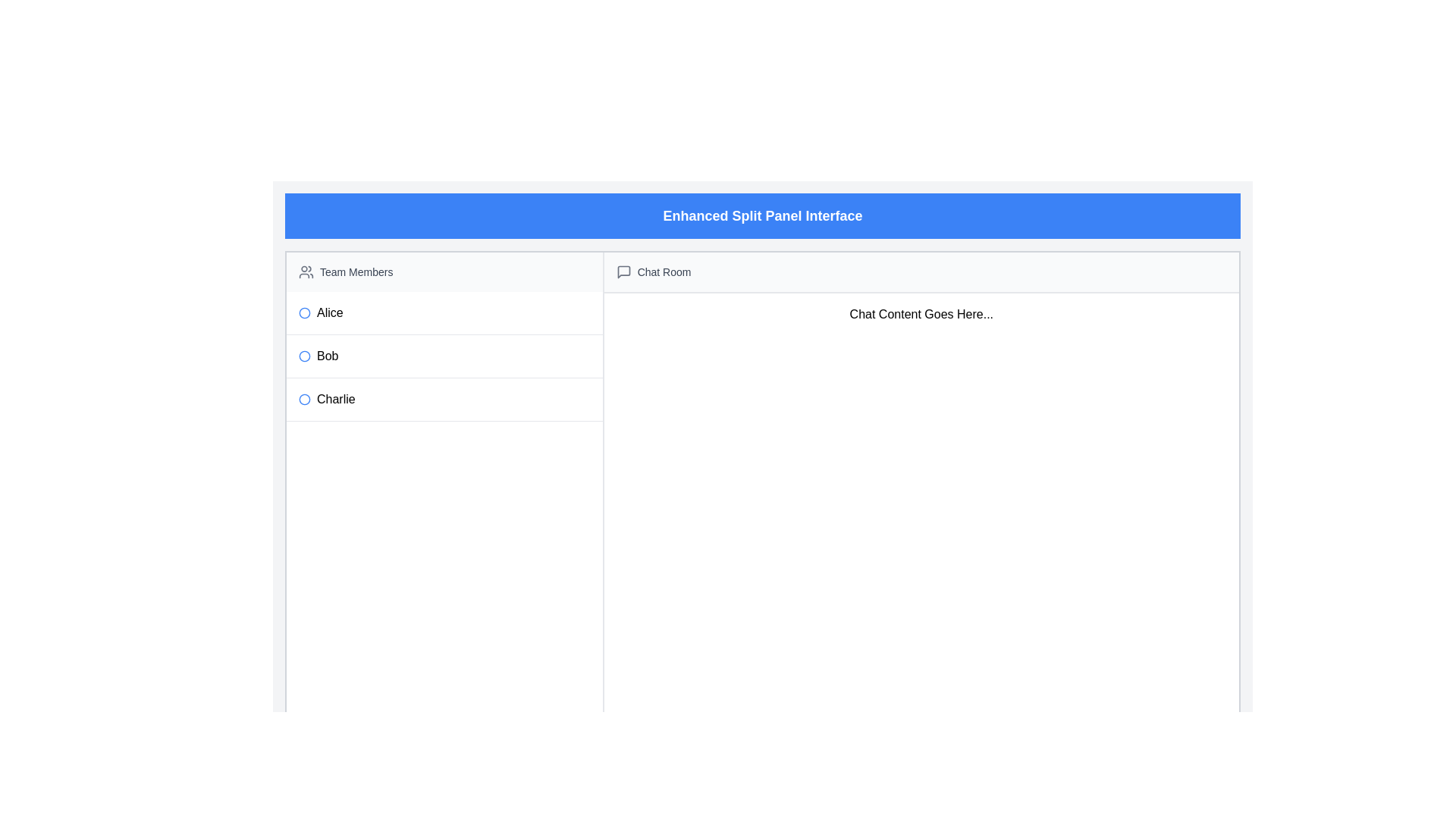  I want to click on the icon representing a group of people, which is styled in gray and located next to the 'Team Members' header, so click(305, 271).